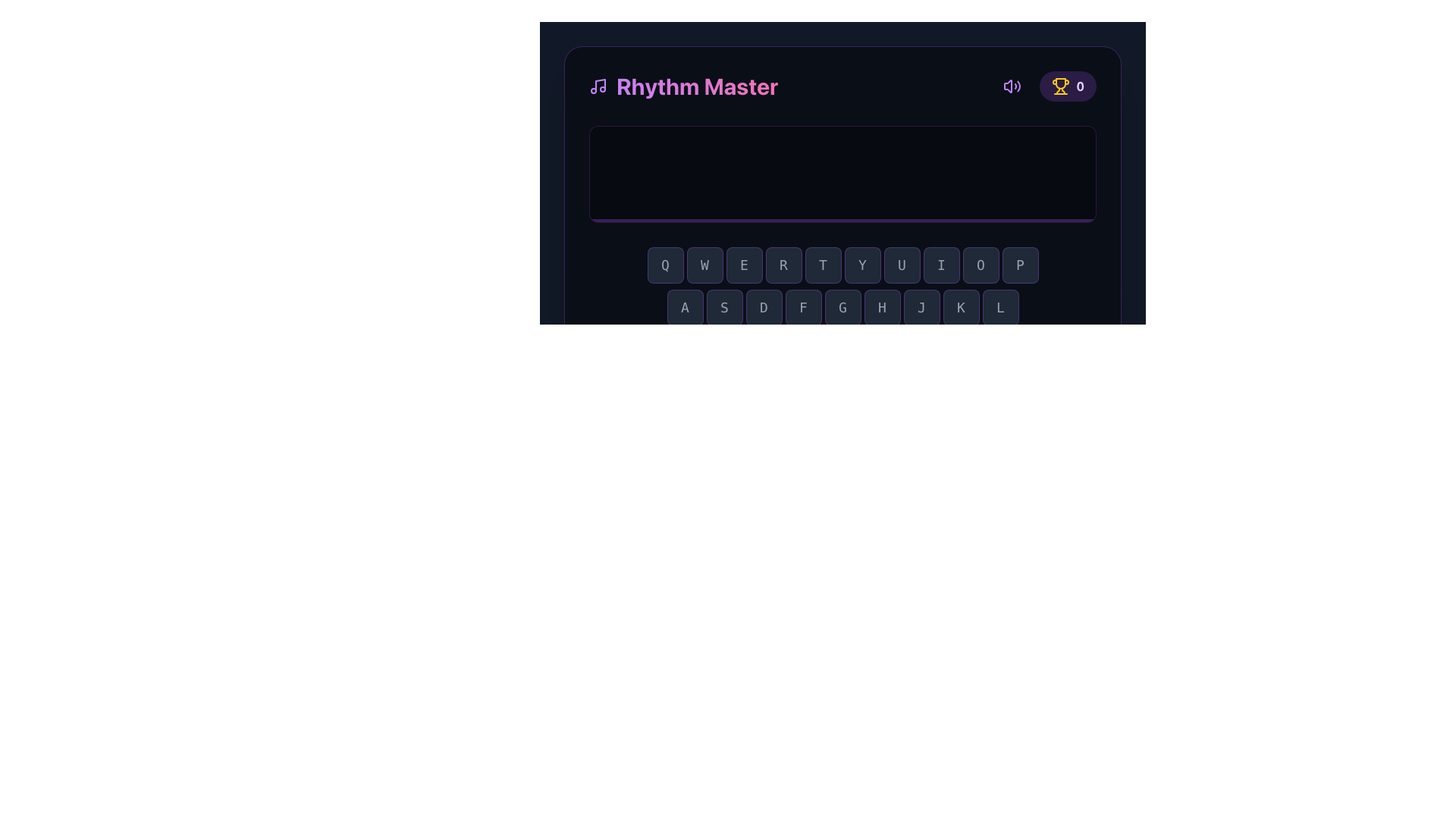  Describe the element at coordinates (822, 265) in the screenshot. I see `the square-shaped button displaying the character 'T', which is the fifth key in a row of keyboard buttons, located between 'R' and 'Y'` at that location.